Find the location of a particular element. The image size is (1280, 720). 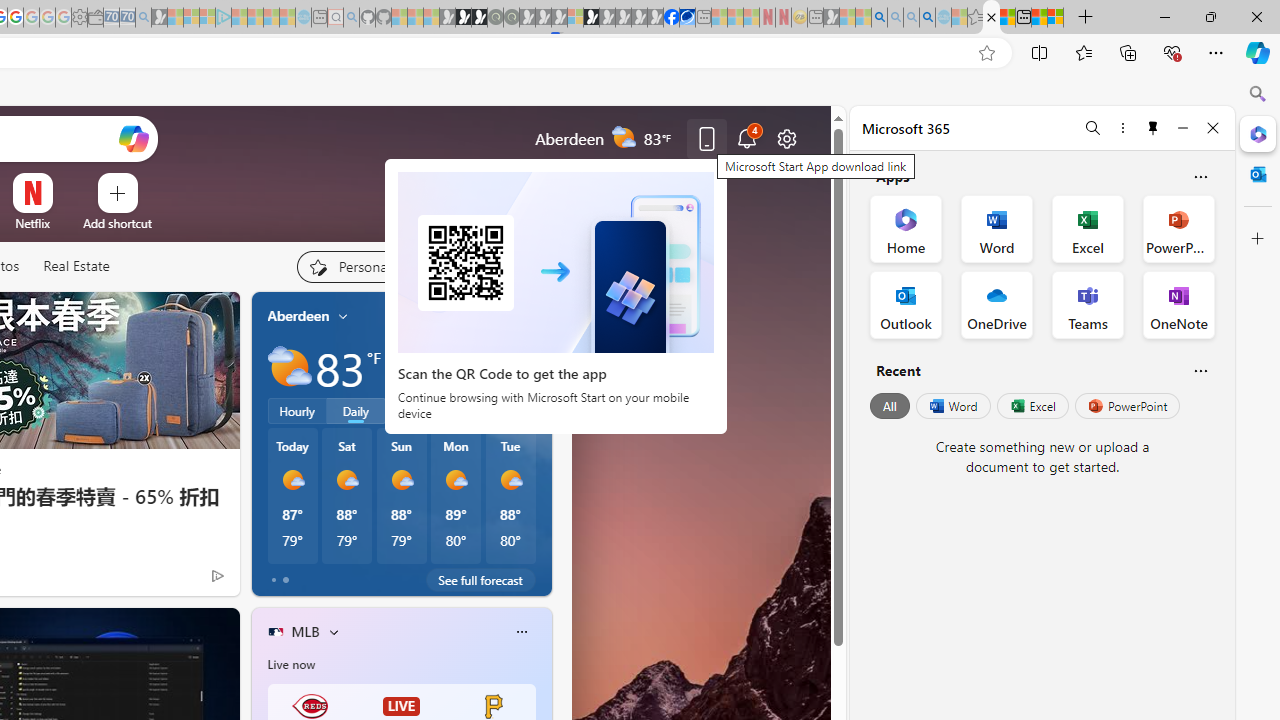

'MLB' is located at coordinates (304, 631).